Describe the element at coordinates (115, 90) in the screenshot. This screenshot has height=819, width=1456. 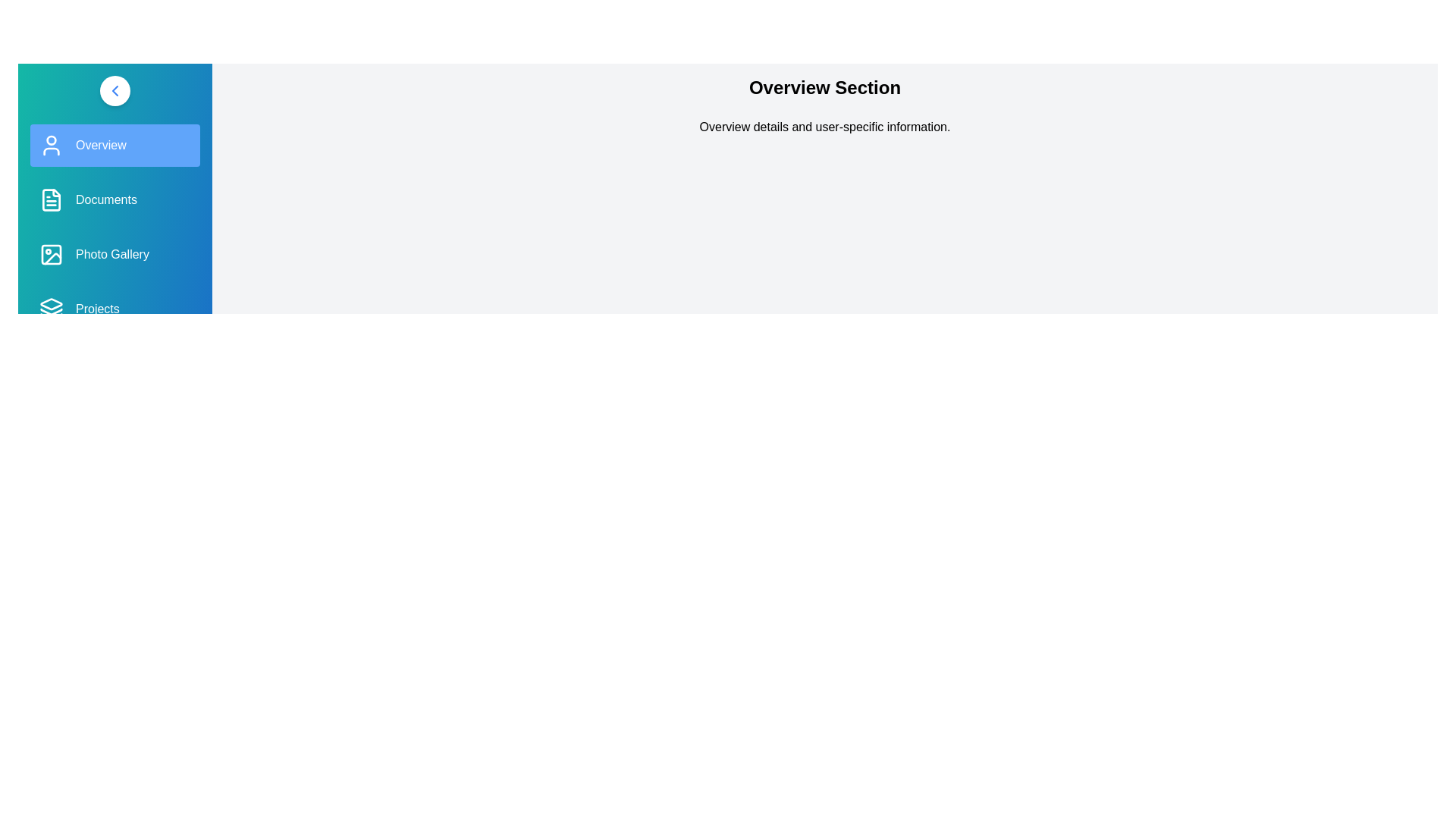
I see `the drawer toggle button to toggle its visibility` at that location.